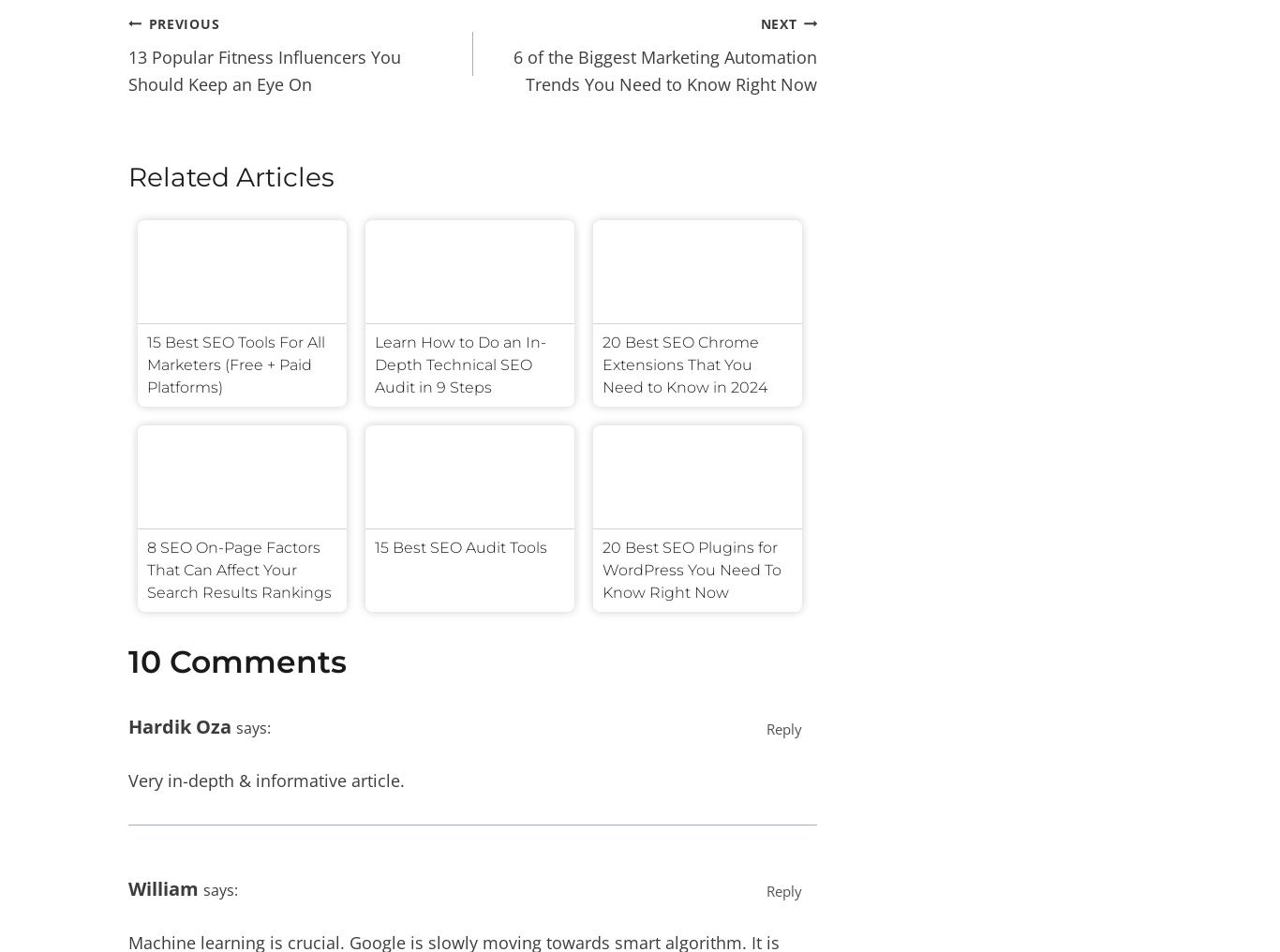  What do you see at coordinates (777, 22) in the screenshot?
I see `'Next'` at bounding box center [777, 22].